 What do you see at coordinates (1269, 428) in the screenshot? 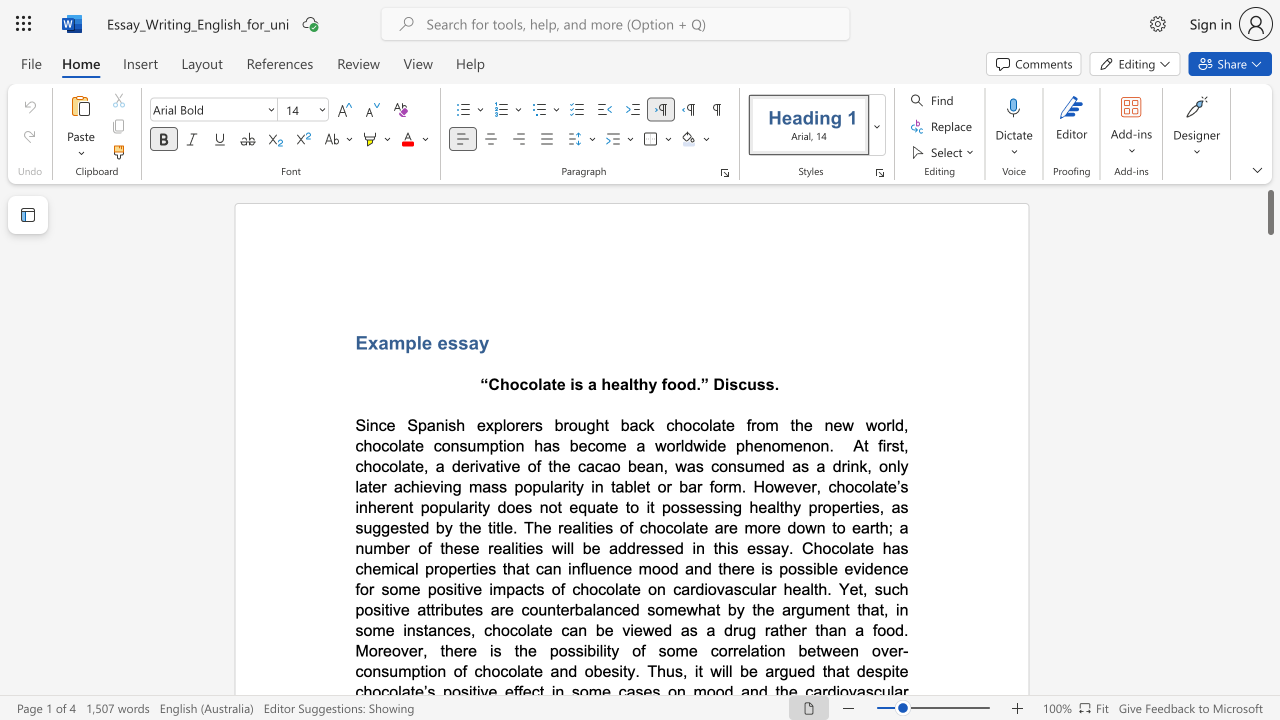
I see `the scrollbar to adjust the page downward` at bounding box center [1269, 428].